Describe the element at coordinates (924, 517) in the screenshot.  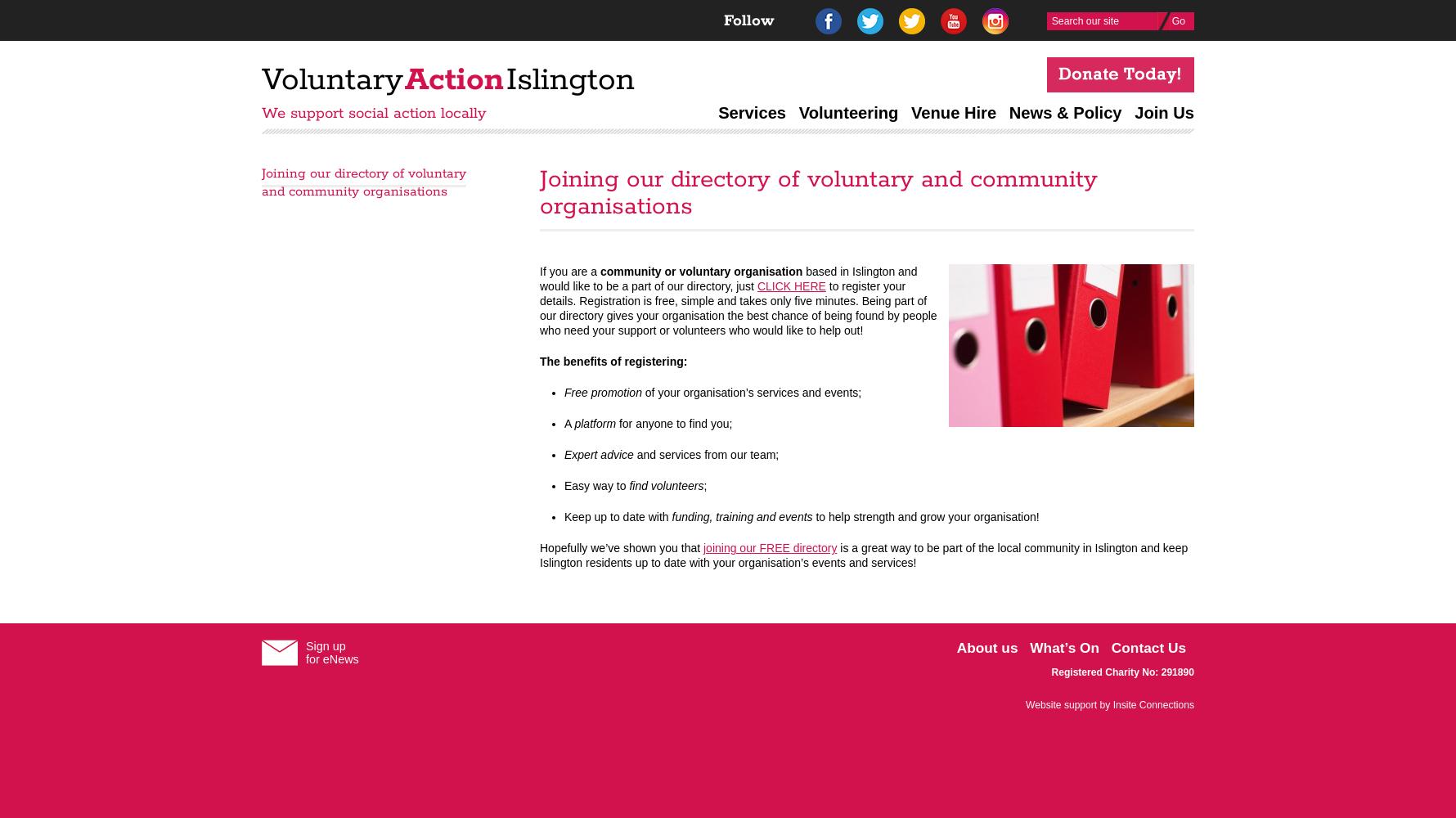
I see `'to help strength and grow your organisation!'` at that location.